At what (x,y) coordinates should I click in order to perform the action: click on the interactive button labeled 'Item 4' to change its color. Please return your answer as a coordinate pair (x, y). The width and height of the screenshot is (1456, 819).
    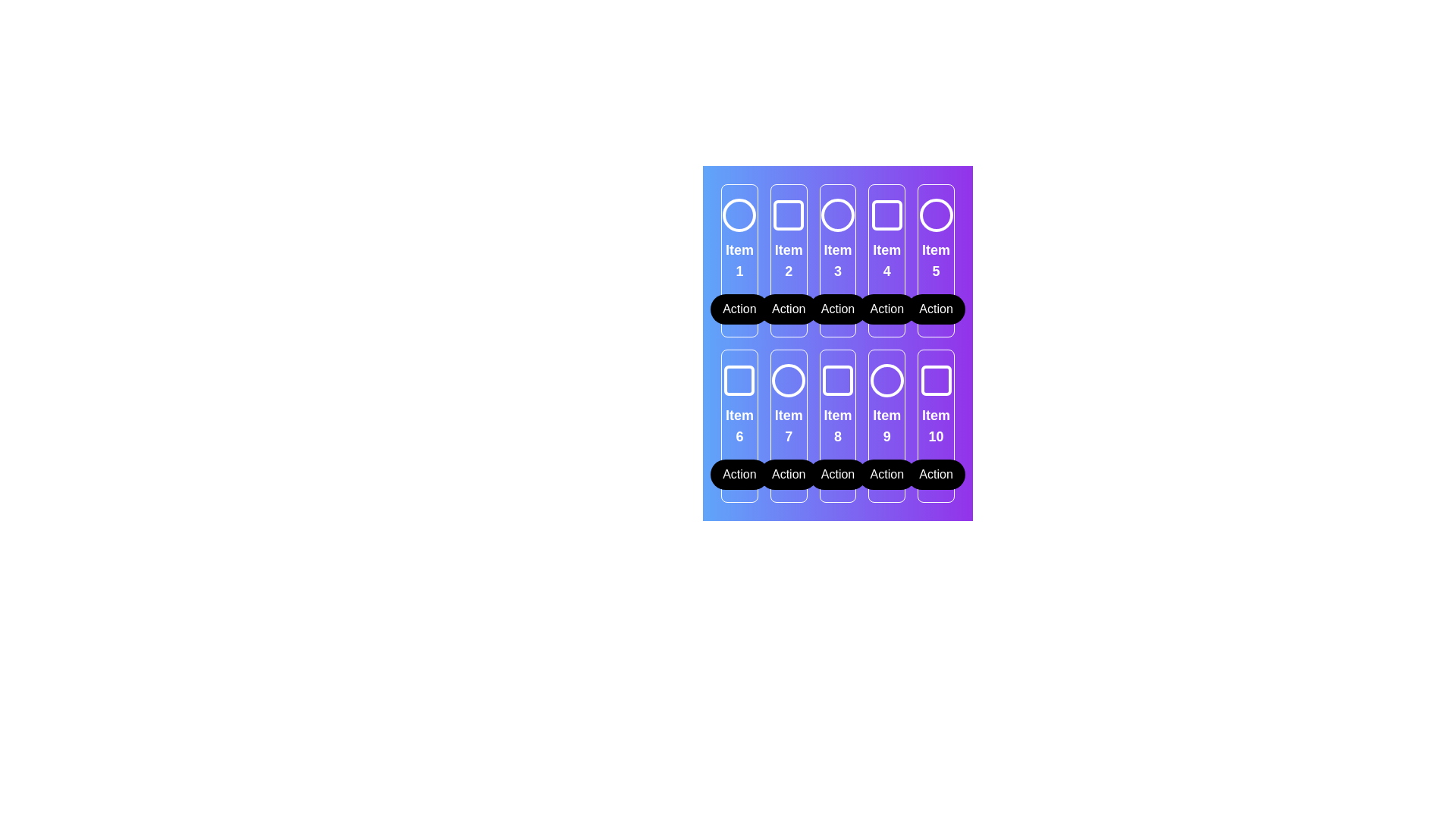
    Looking at the image, I should click on (886, 309).